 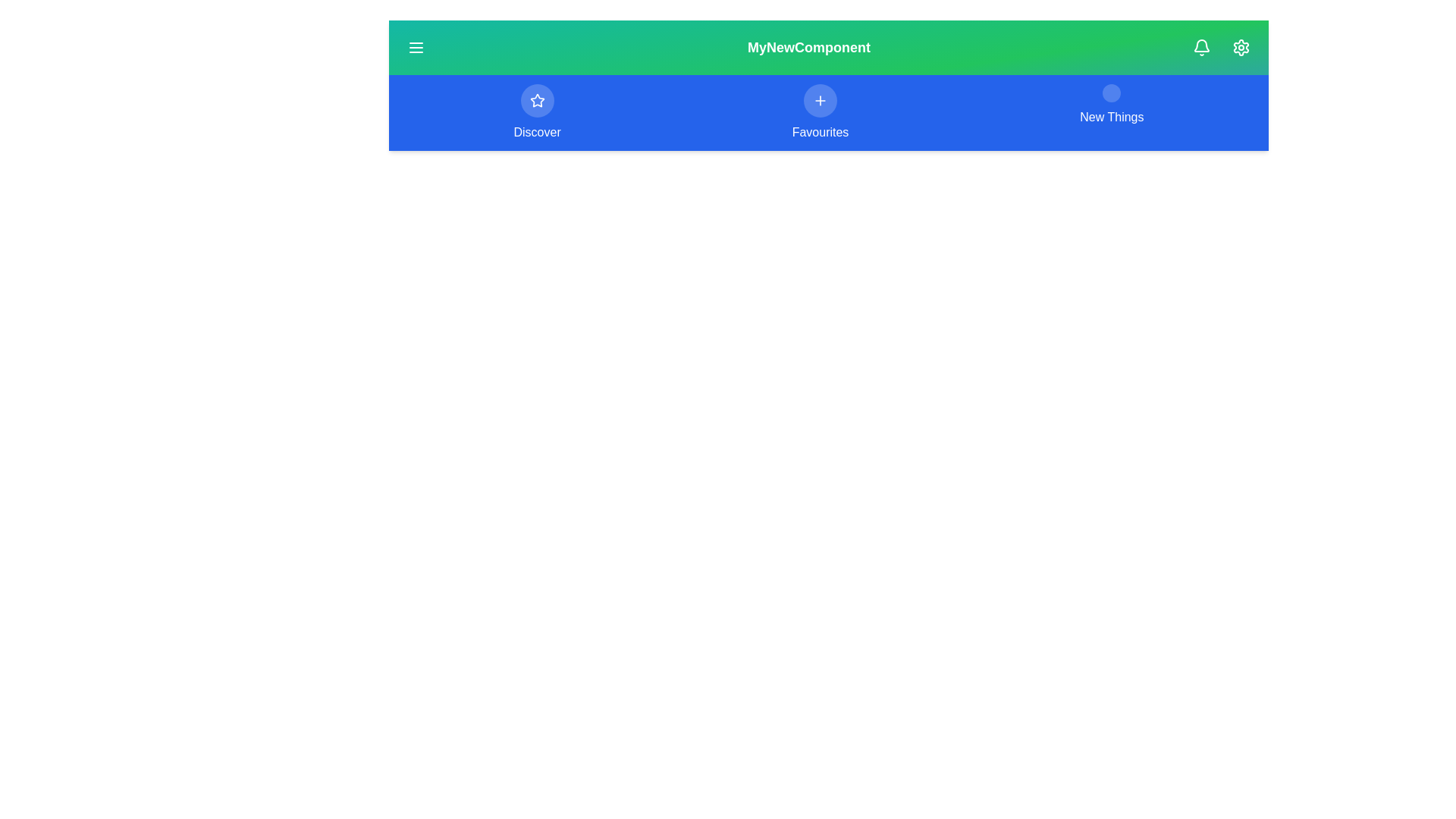 What do you see at coordinates (416, 46) in the screenshot?
I see `menu icon to toggle the menu visibility` at bounding box center [416, 46].